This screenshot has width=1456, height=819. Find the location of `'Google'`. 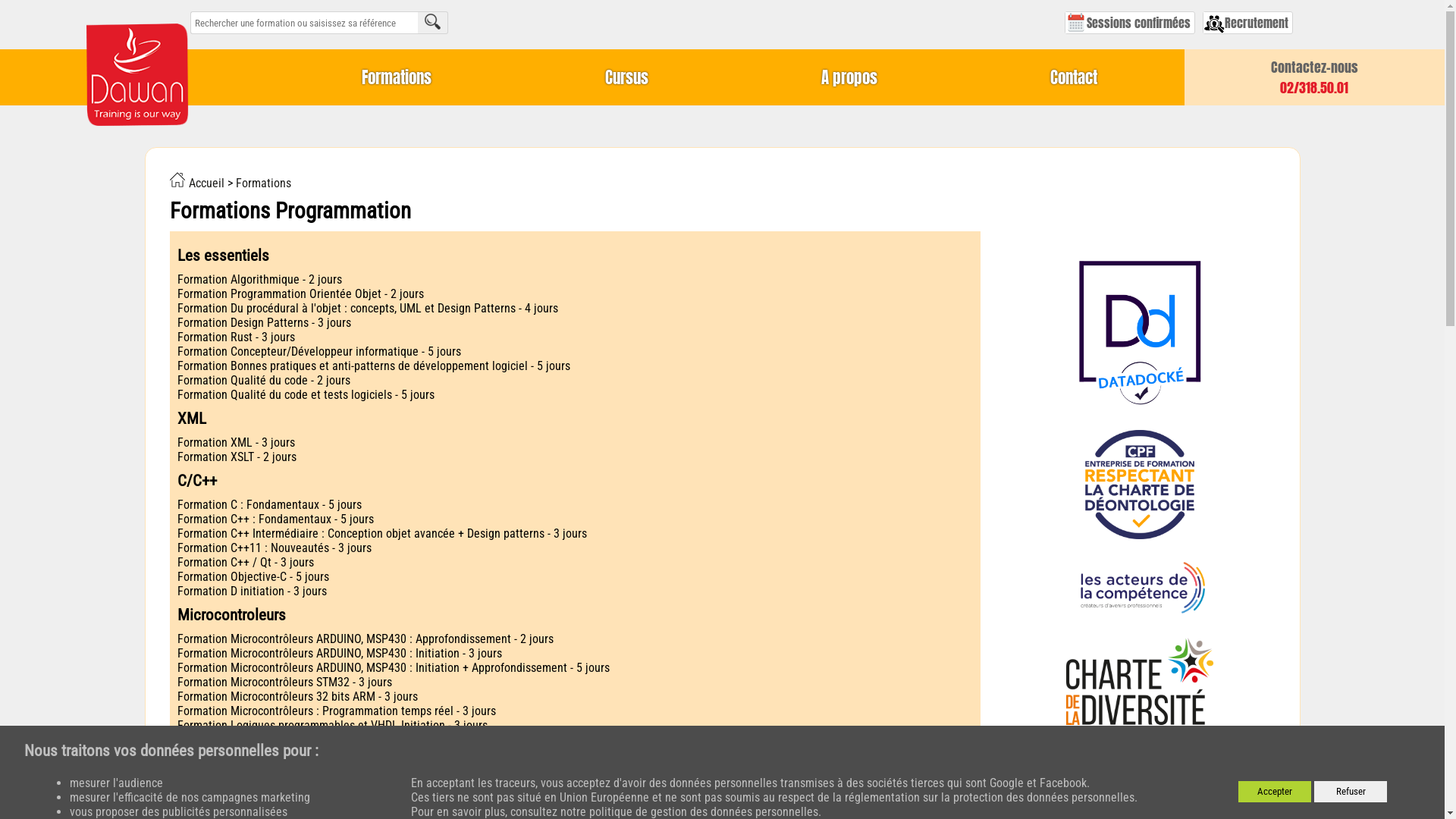

'Google' is located at coordinates (1006, 783).